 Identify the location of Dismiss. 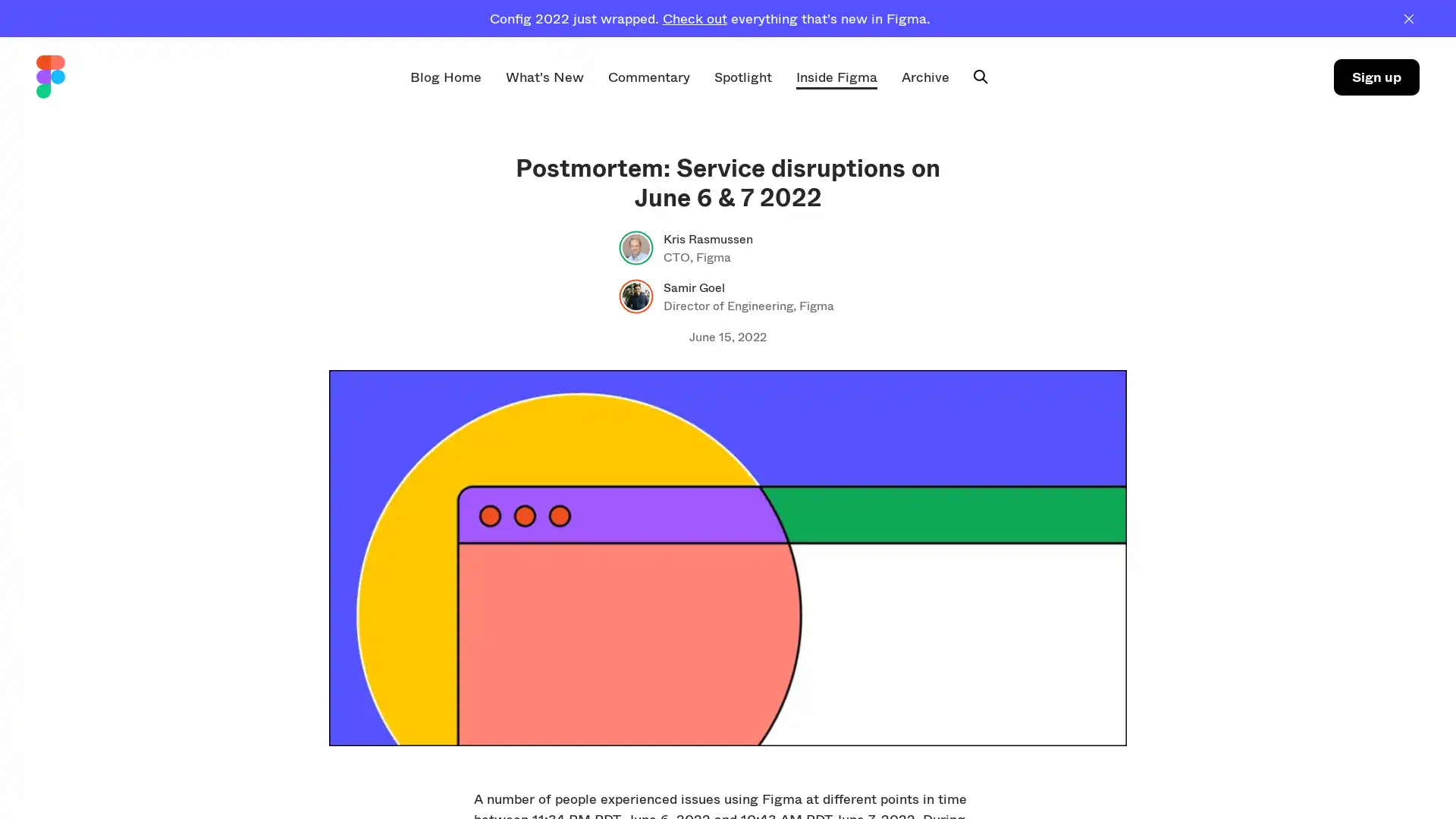
(1407, 17).